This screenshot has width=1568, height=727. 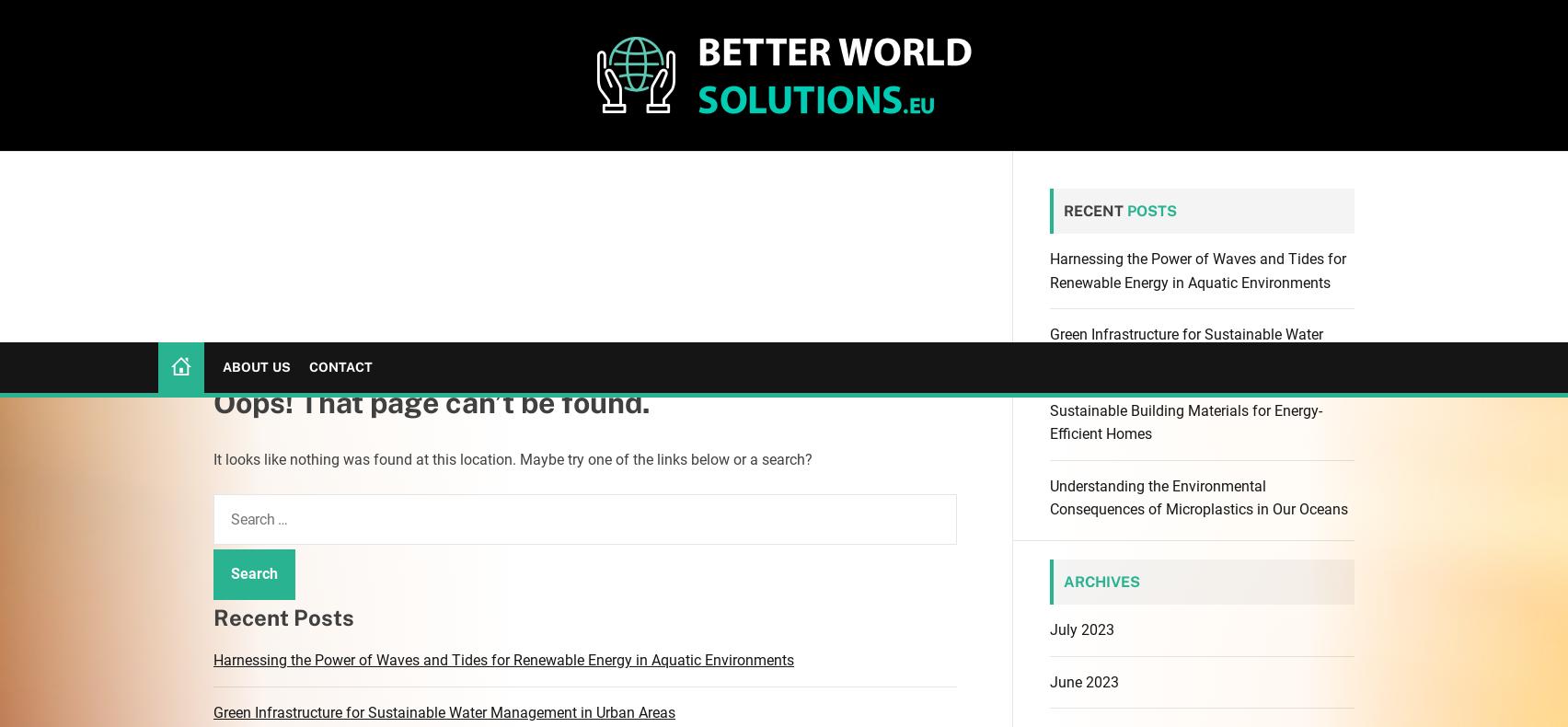 What do you see at coordinates (213, 272) in the screenshot?
I see `'Recent Posts'` at bounding box center [213, 272].